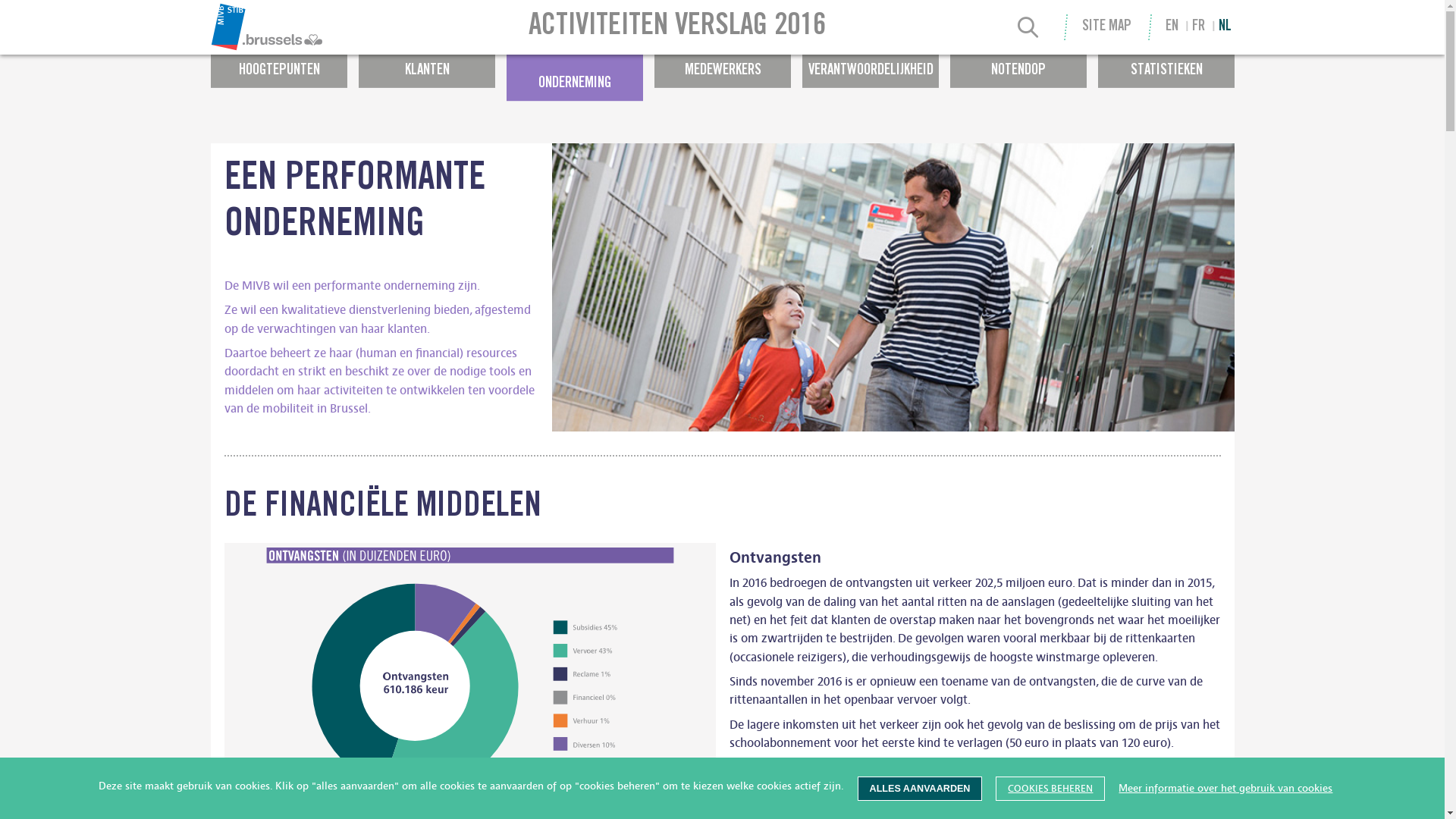 The width and height of the screenshot is (1456, 819). Describe the element at coordinates (1225, 27) in the screenshot. I see `'NL'` at that location.